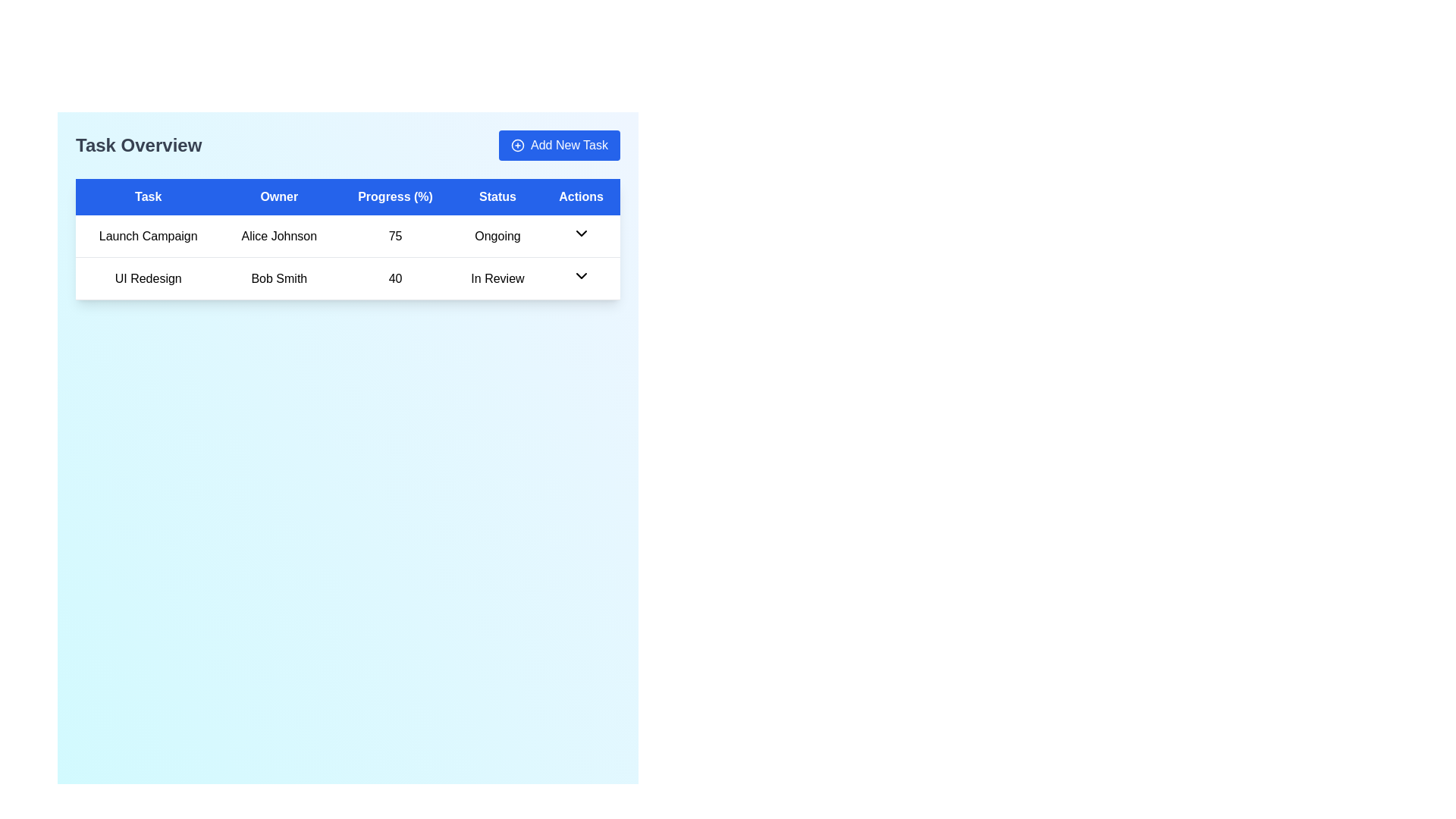 Image resolution: width=1456 pixels, height=819 pixels. What do you see at coordinates (148, 196) in the screenshot?
I see `the 'Task' column header in the table, which is the first column header in a layout of five headers, located at the top of the task management table` at bounding box center [148, 196].